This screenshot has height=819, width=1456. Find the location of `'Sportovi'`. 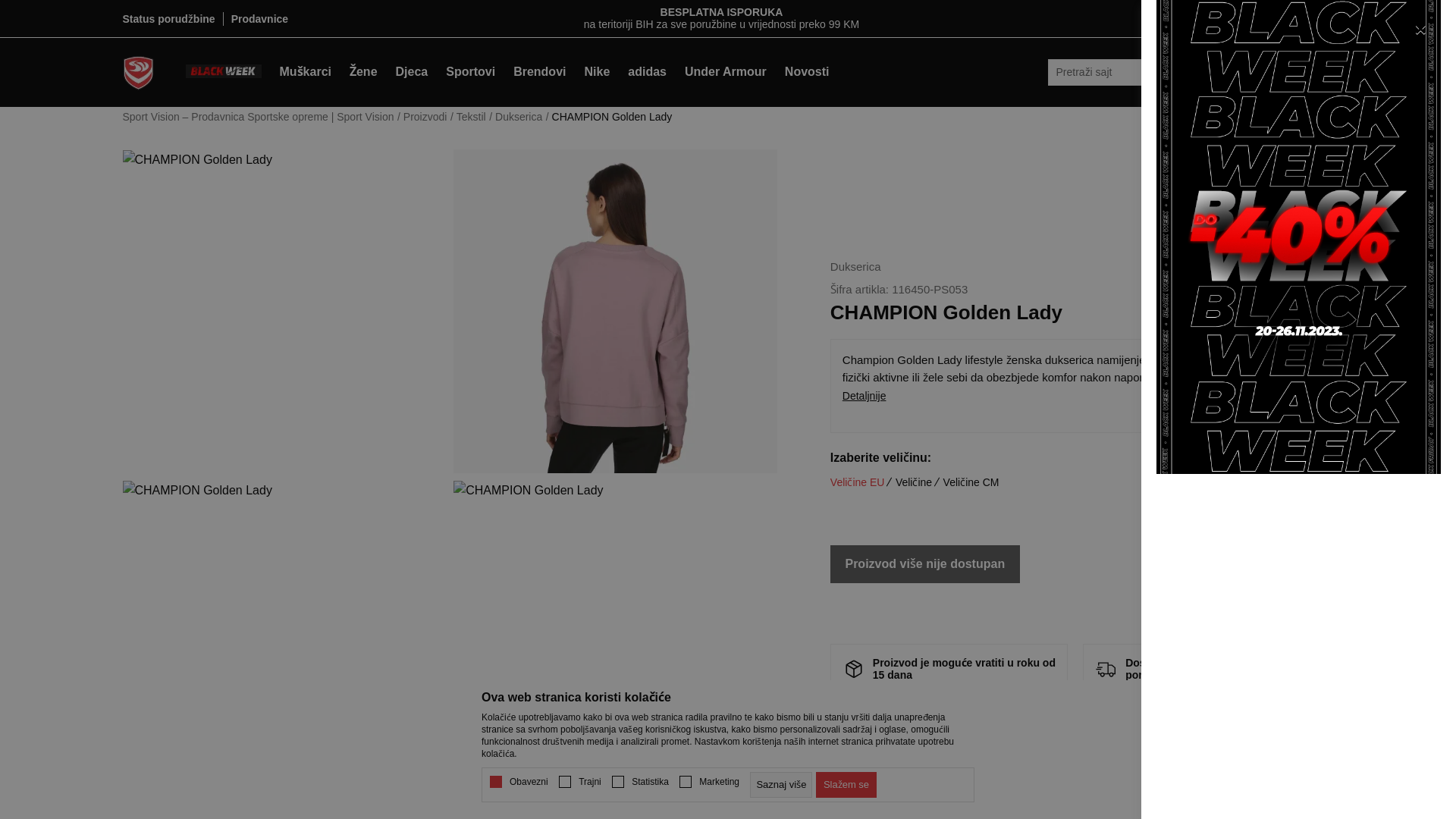

'Sportovi' is located at coordinates (469, 72).